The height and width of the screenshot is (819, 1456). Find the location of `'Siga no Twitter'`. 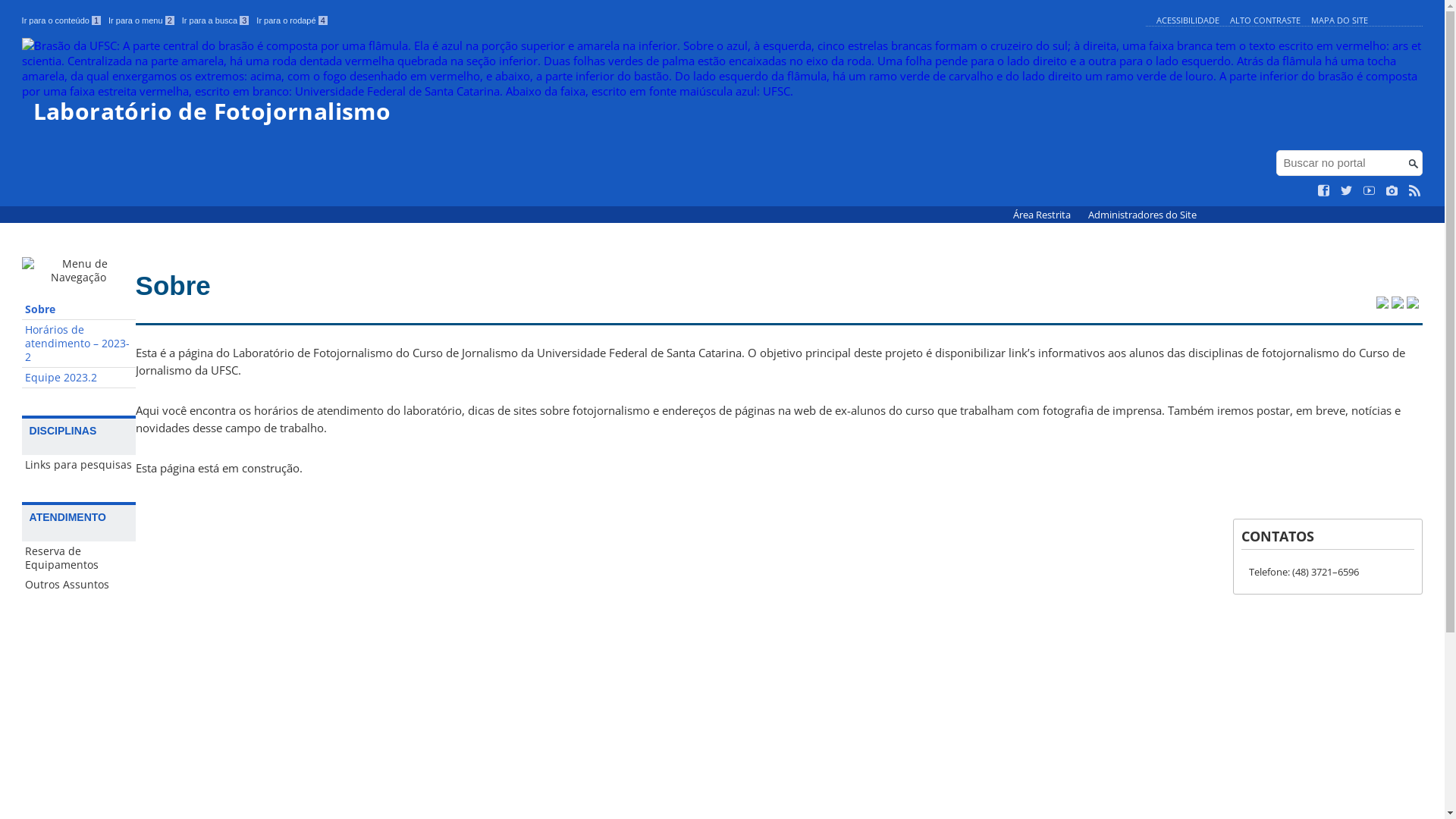

'Siga no Twitter' is located at coordinates (1347, 190).